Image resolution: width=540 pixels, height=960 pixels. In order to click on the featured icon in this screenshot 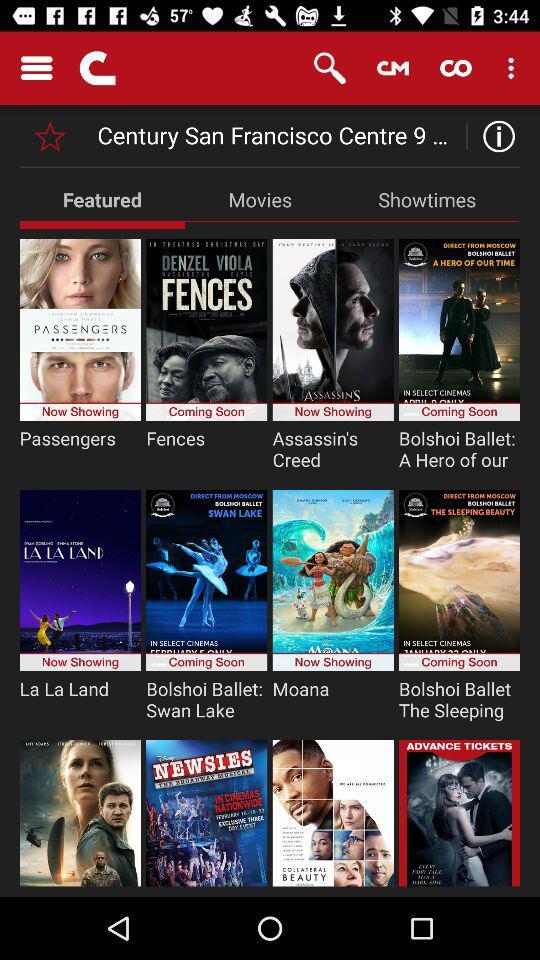, I will do `click(102, 199)`.